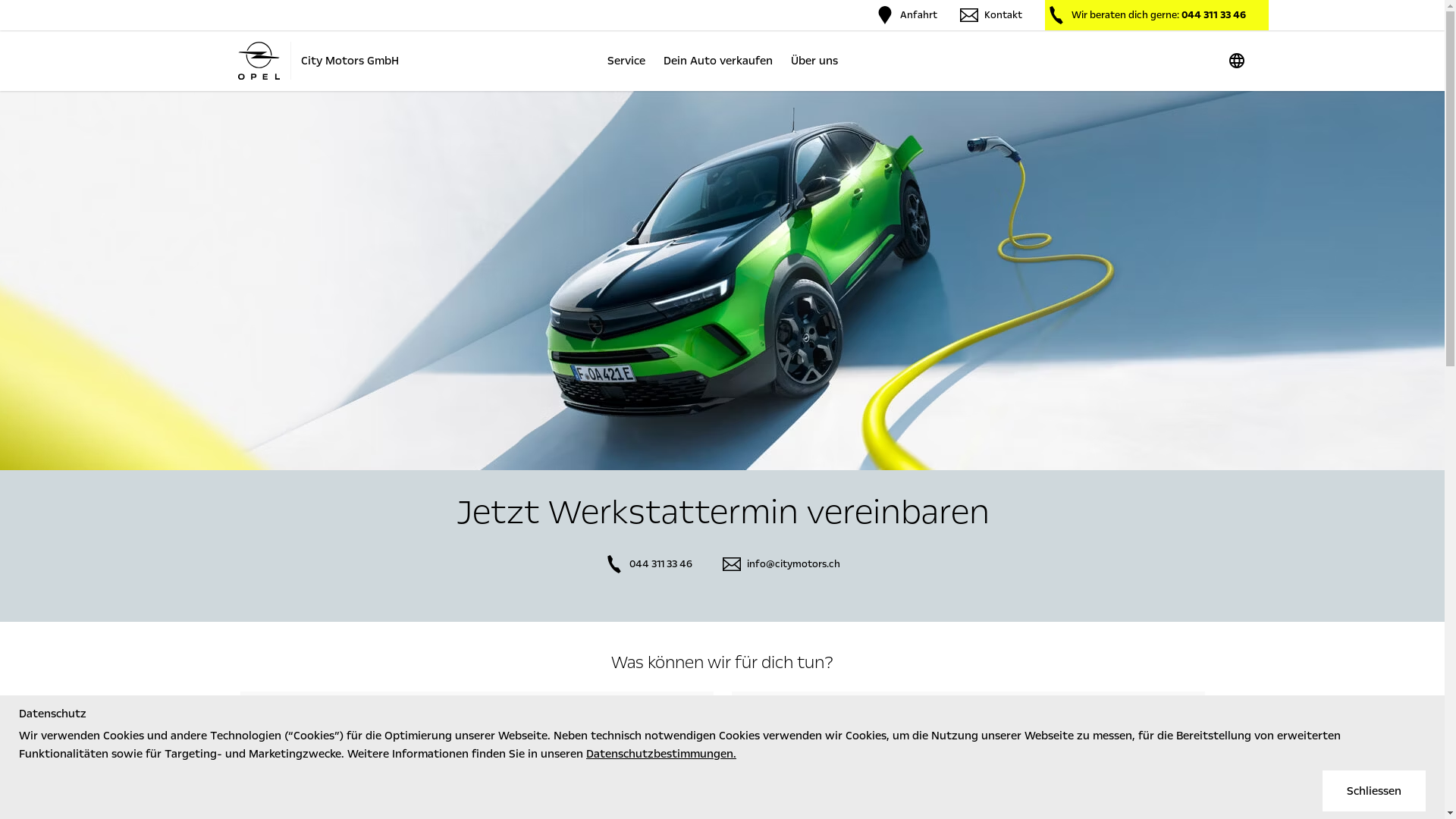 Image resolution: width=1456 pixels, height=819 pixels. I want to click on 'So findest du uns', so click(239, 725).